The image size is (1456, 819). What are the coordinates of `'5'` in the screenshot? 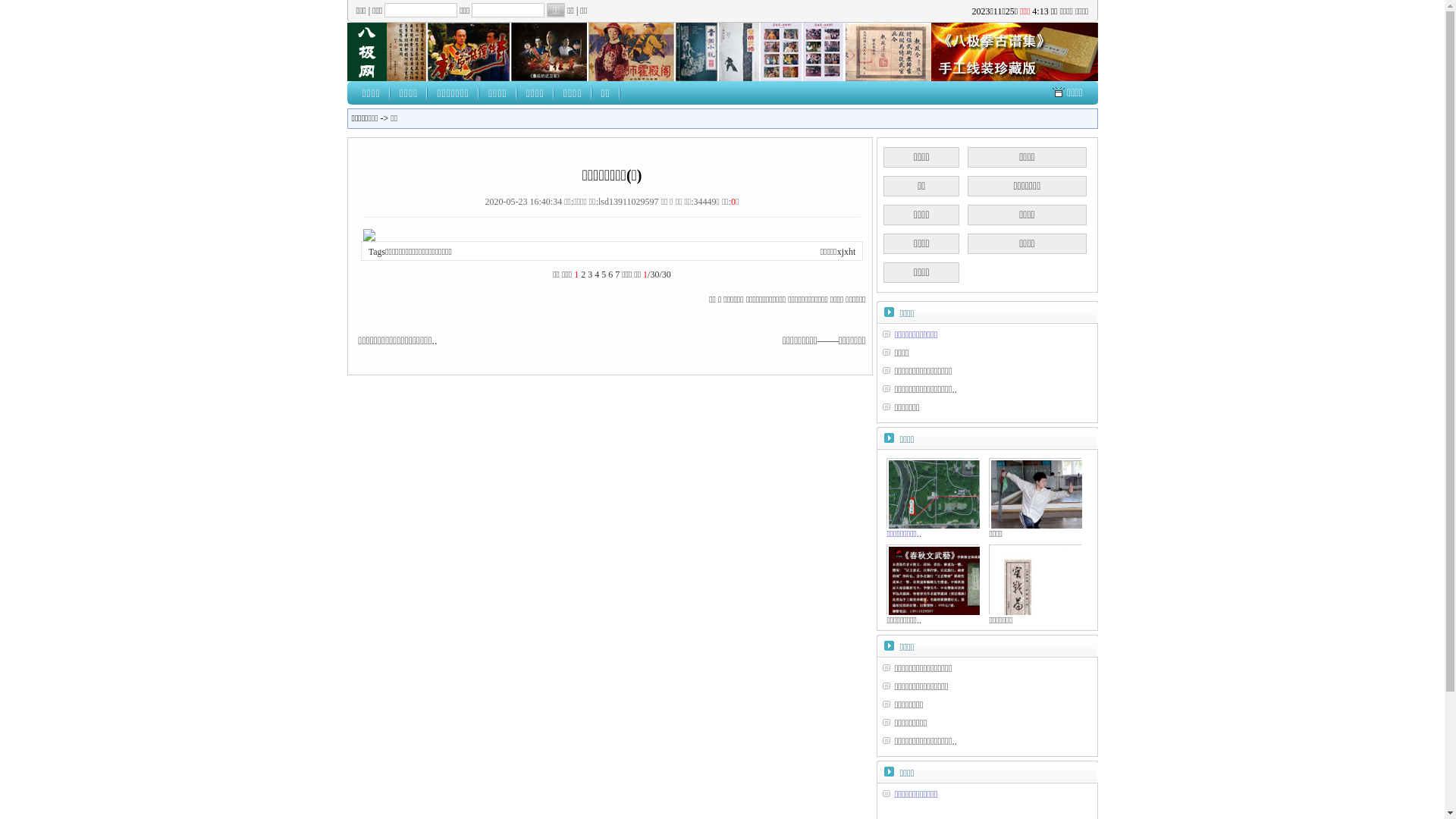 It's located at (603, 275).